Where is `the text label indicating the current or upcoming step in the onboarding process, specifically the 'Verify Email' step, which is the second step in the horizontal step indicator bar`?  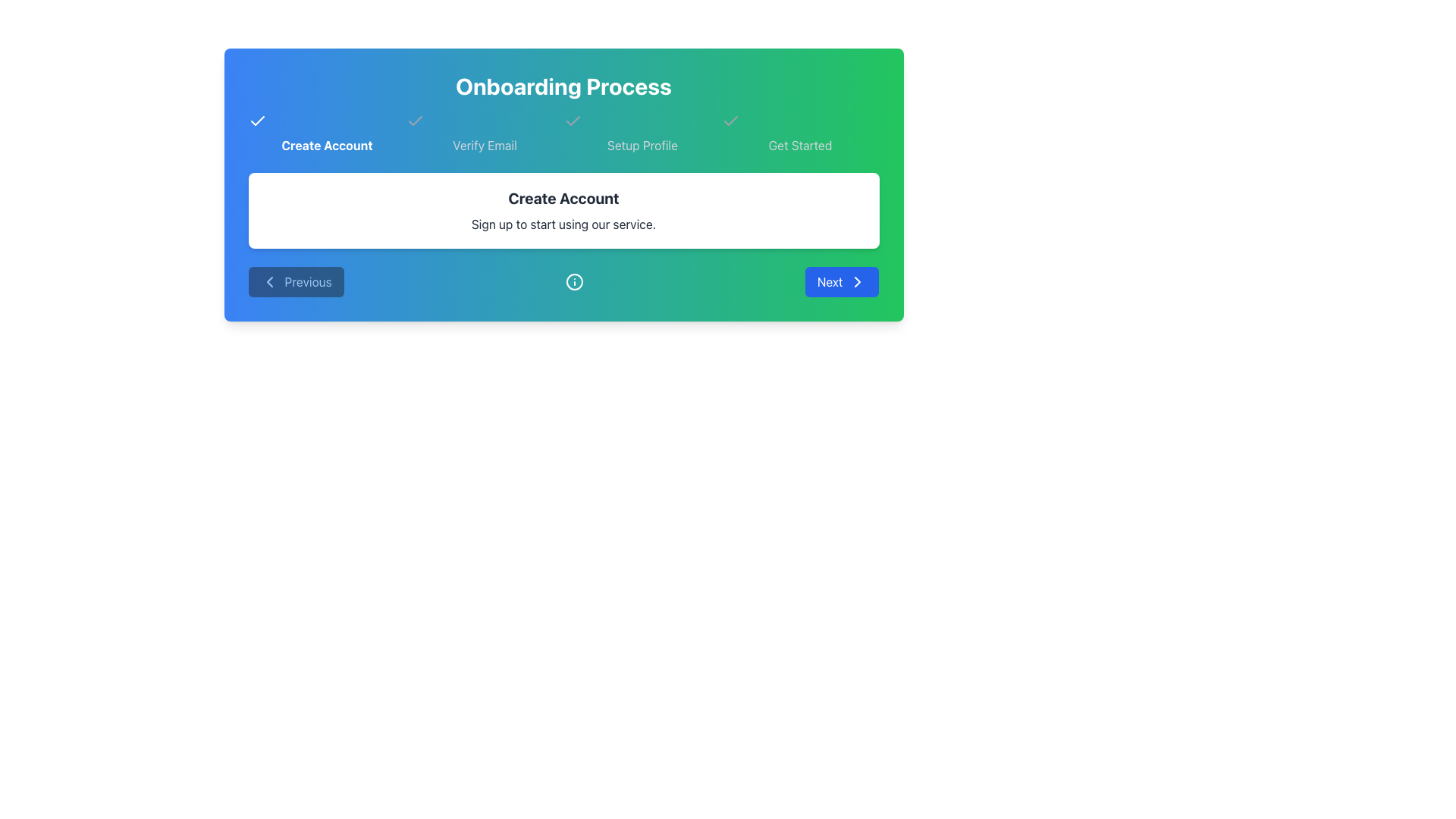
the text label indicating the current or upcoming step in the onboarding process, specifically the 'Verify Email' step, which is the second step in the horizontal step indicator bar is located at coordinates (484, 146).